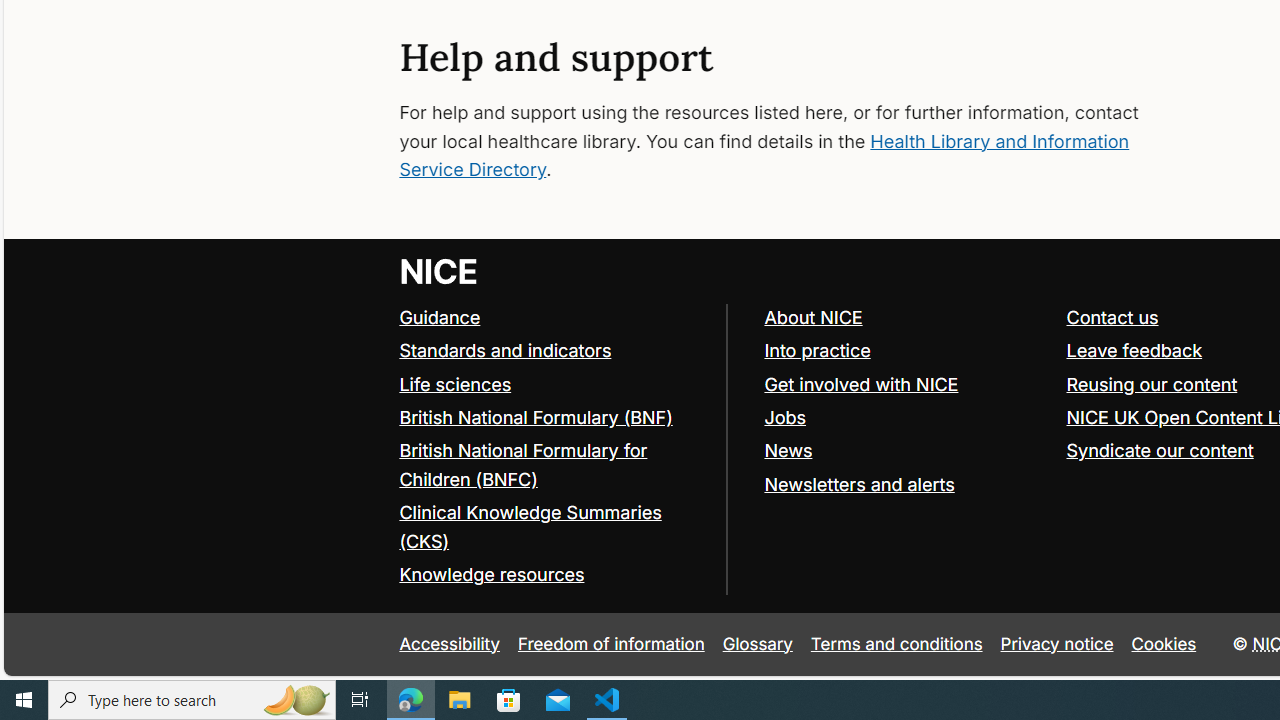 This screenshot has width=1280, height=720. Describe the element at coordinates (787, 451) in the screenshot. I see `'News'` at that location.